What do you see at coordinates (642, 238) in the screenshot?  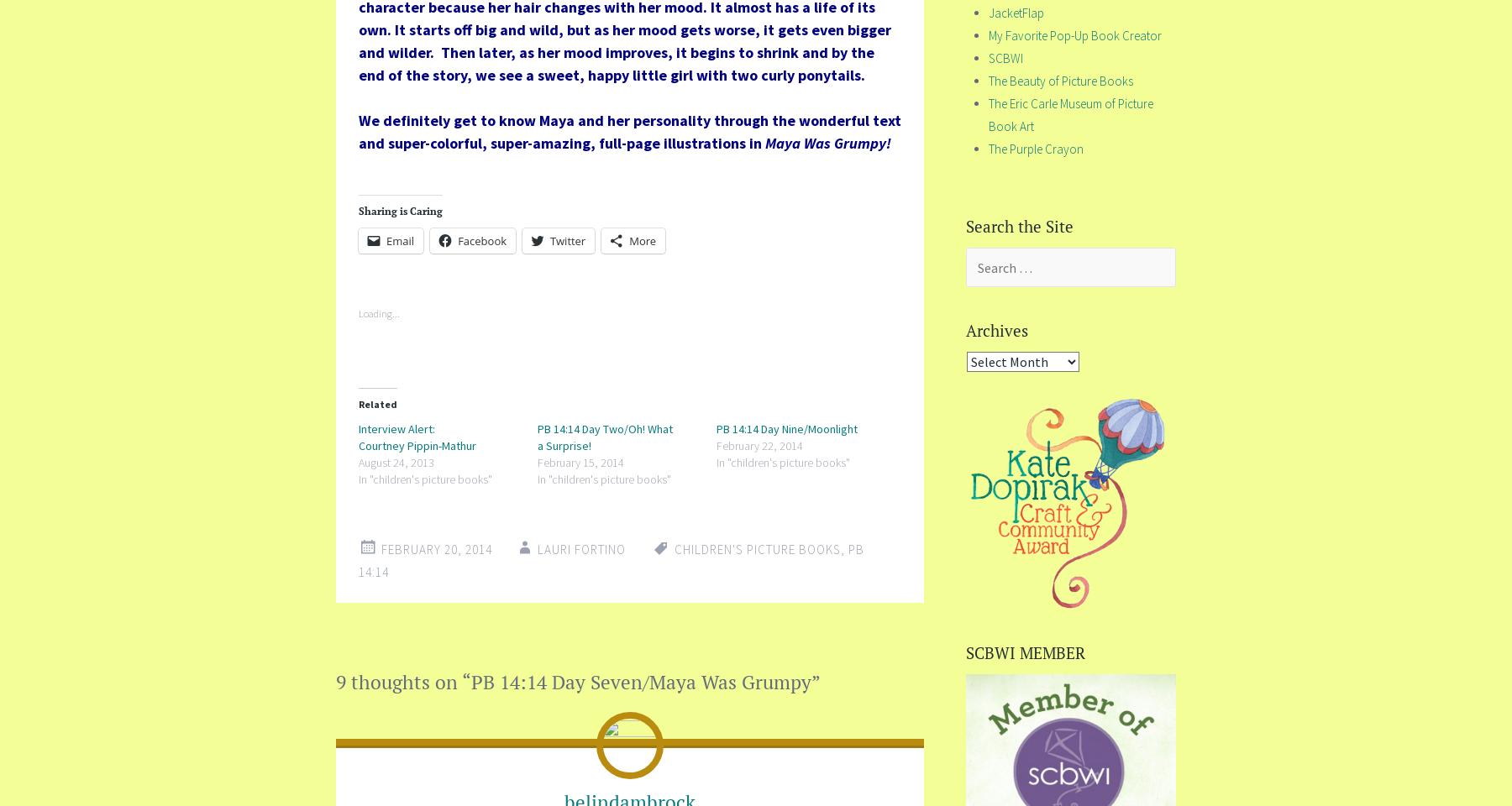 I see `'More'` at bounding box center [642, 238].